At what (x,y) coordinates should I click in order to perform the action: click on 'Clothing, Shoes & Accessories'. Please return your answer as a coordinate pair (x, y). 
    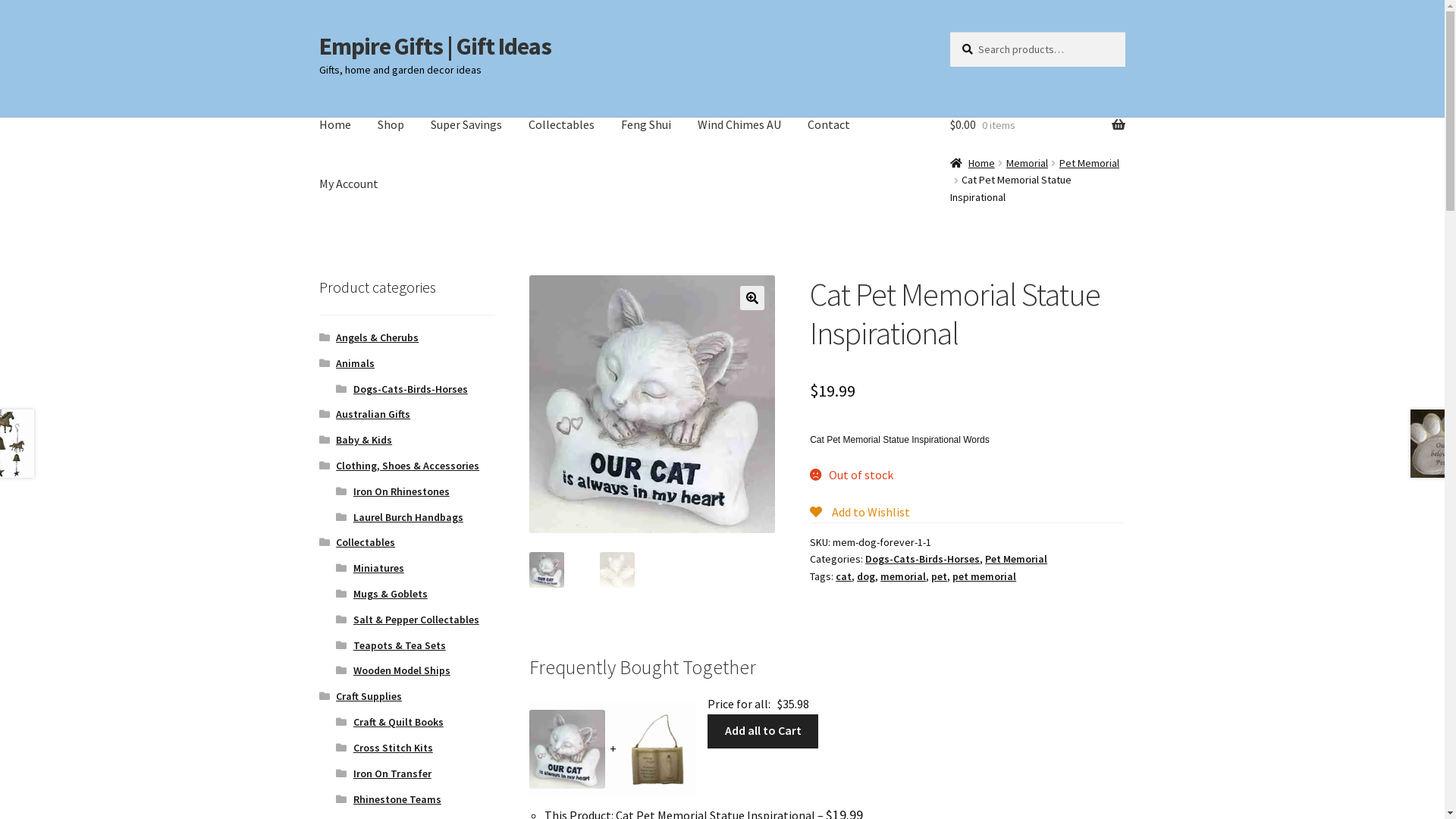
    Looking at the image, I should click on (407, 464).